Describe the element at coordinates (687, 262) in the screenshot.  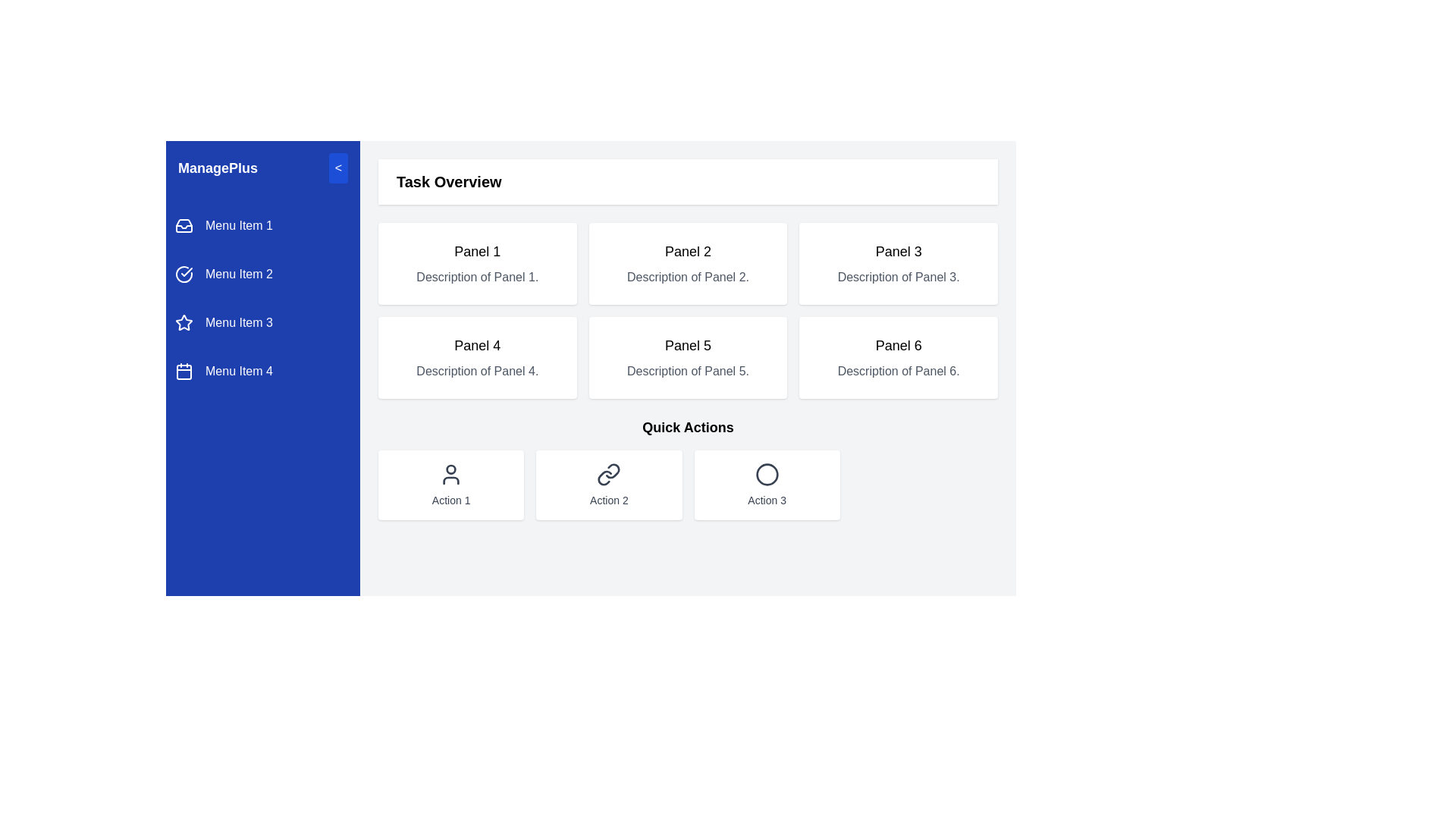
I see `the 'Panel 2' informational card, which is the second panel in the top row of a grid, to interact with it` at that location.